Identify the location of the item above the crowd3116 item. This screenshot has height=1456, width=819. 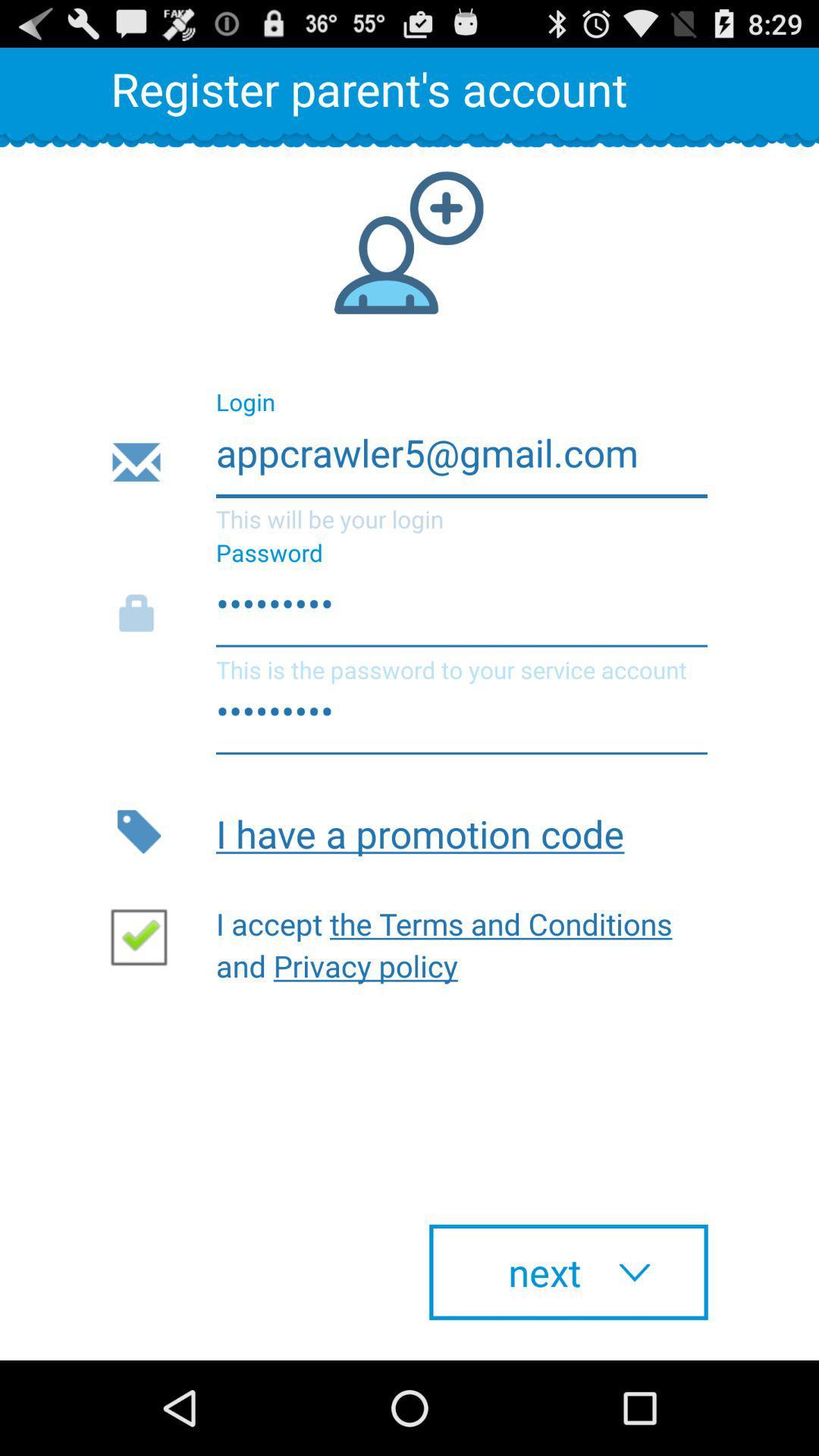
(408, 462).